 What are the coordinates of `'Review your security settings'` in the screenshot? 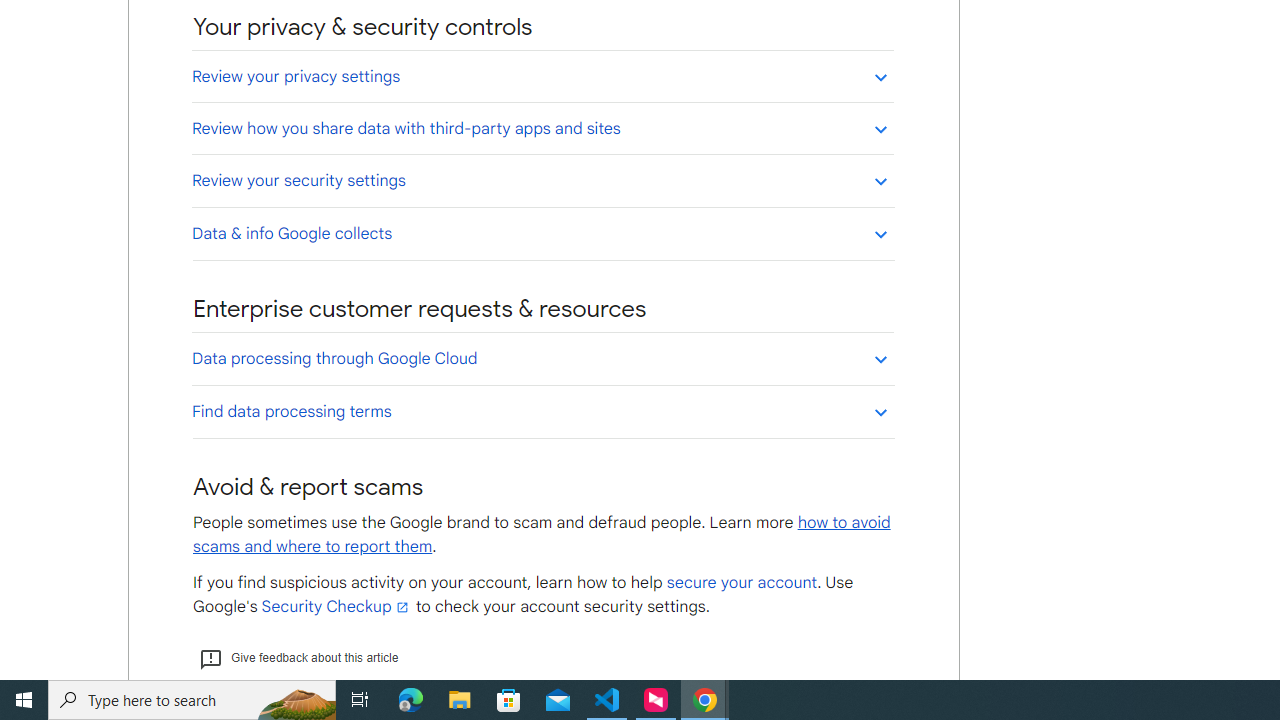 It's located at (542, 180).